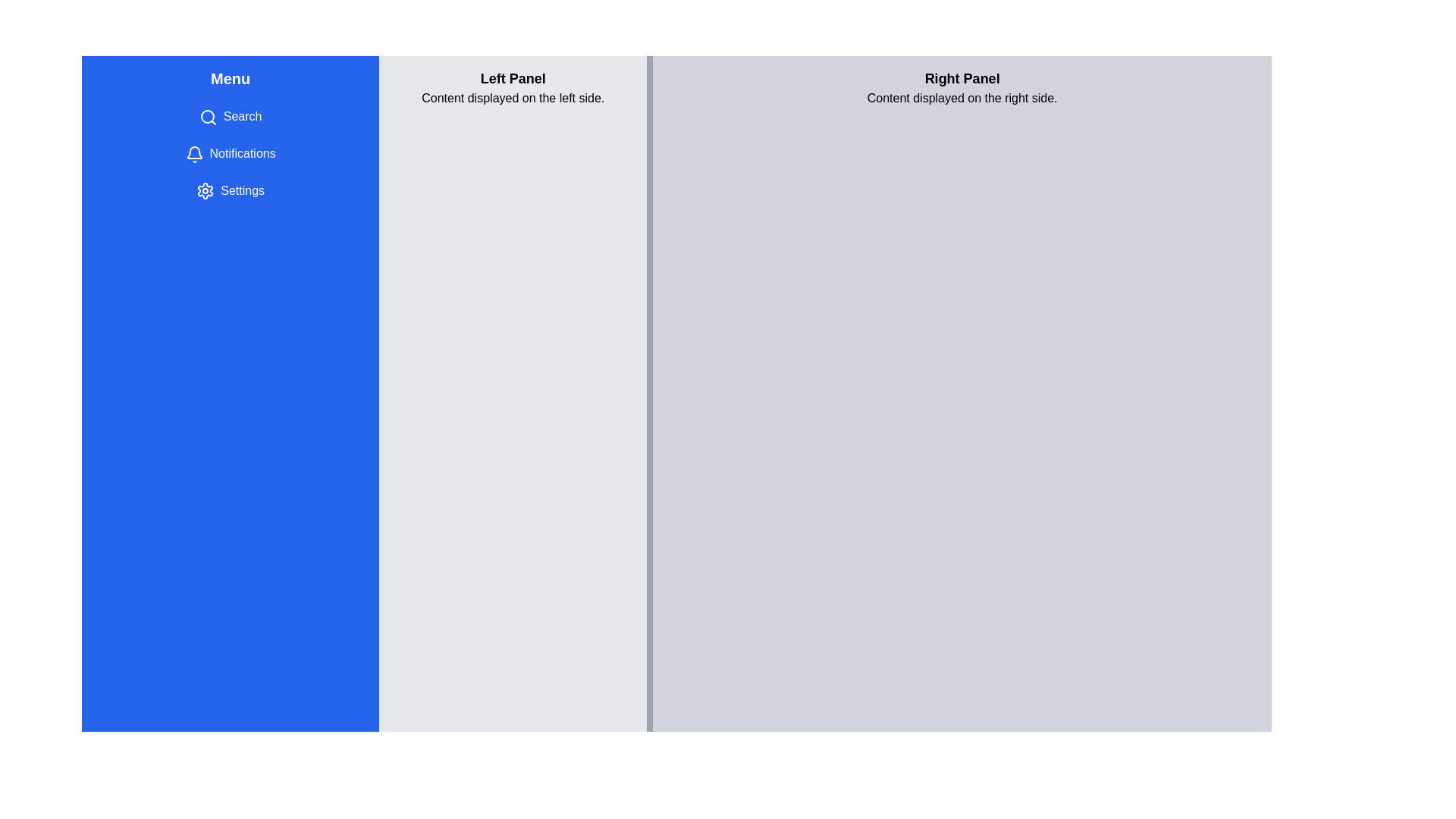  Describe the element at coordinates (230, 190) in the screenshot. I see `the 'Settings' menu item, which is a button-like element represented by a cogwheel icon and white text, located in the vertical navigation menu on the left side of the interface` at that location.